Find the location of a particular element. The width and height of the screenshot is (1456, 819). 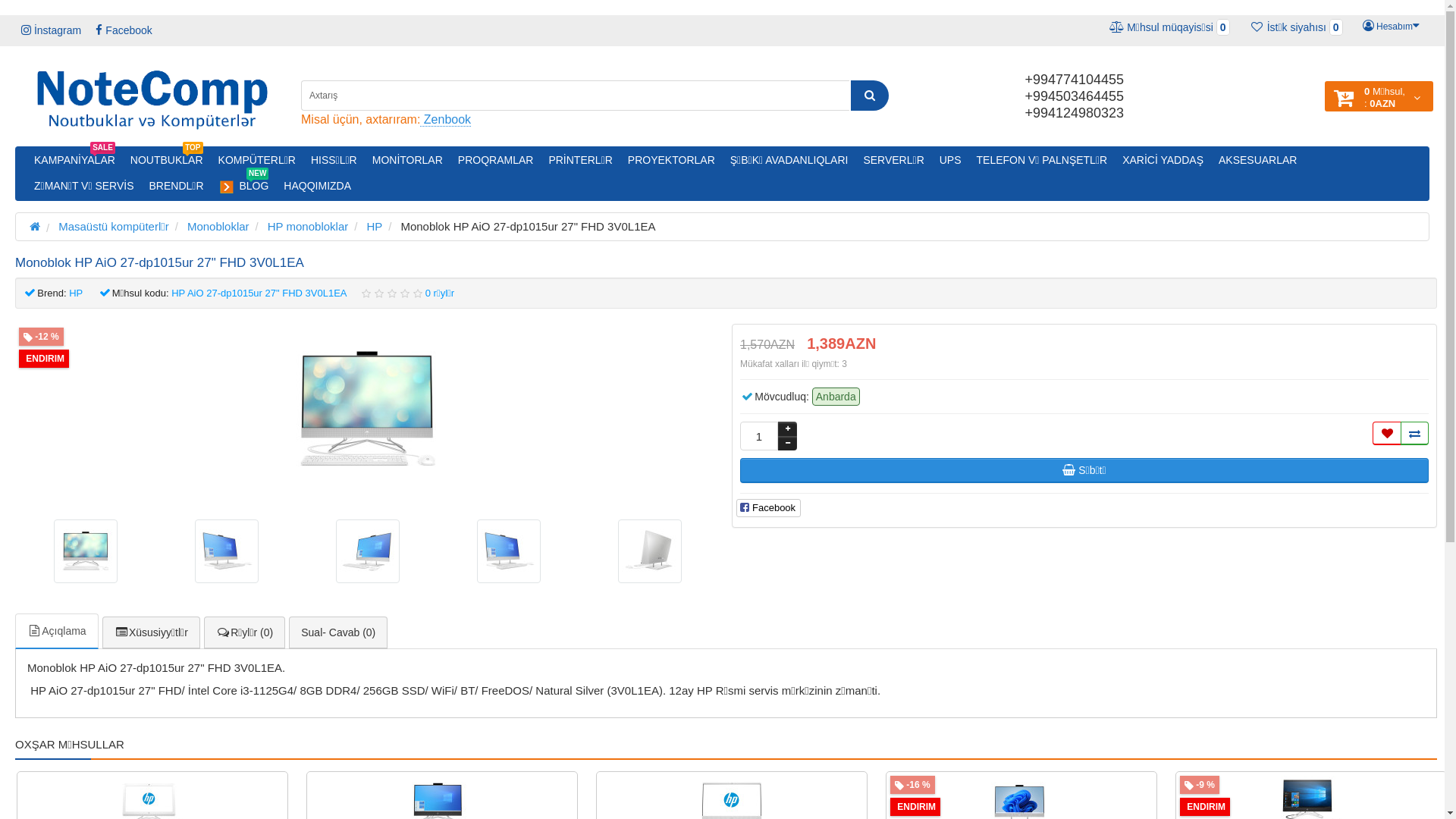

'Monobloklar' is located at coordinates (218, 226).